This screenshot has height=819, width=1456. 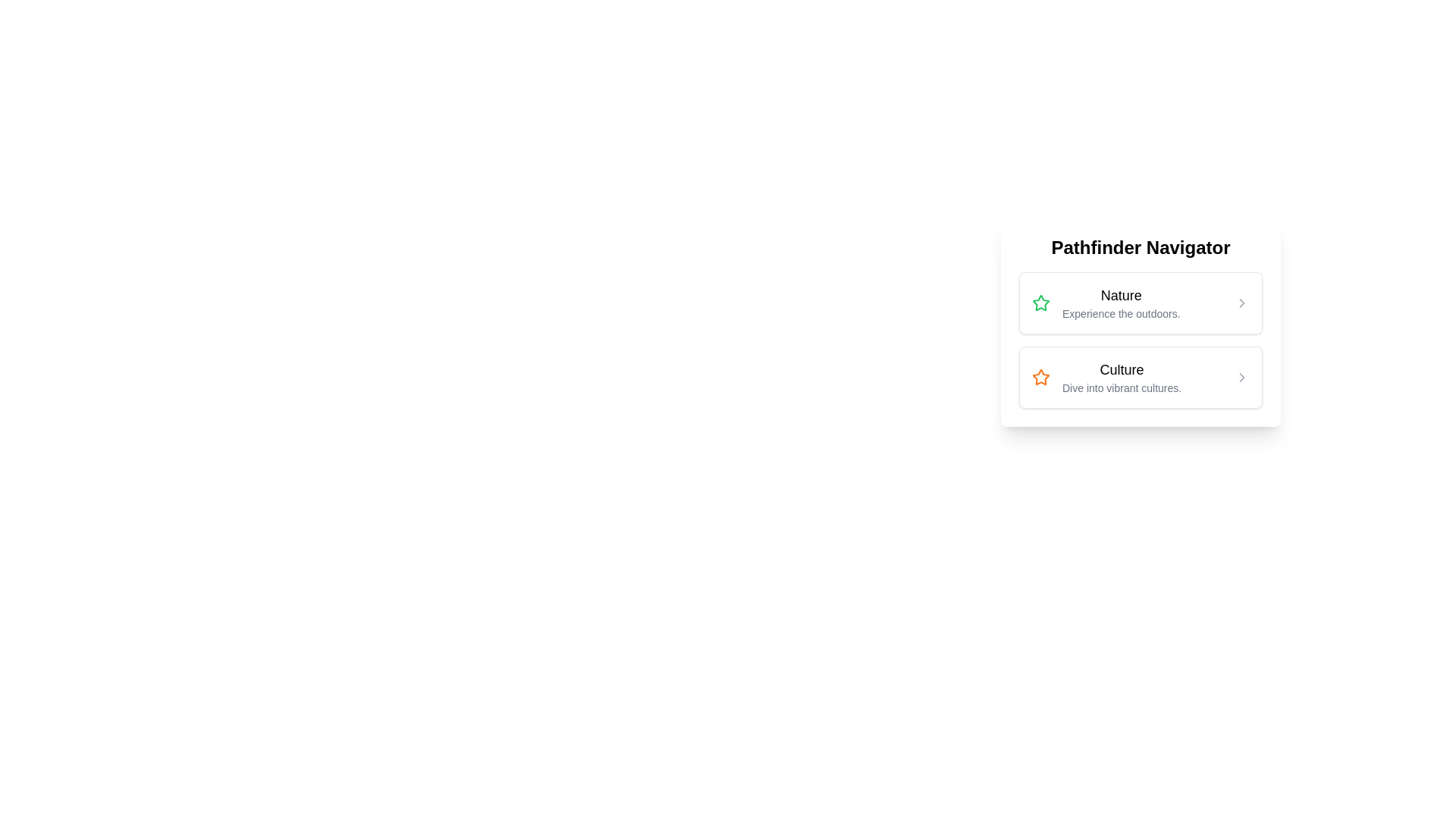 I want to click on the decorative icon located in the second row of the 'Pathfinder Navigator' panel, to the left of the 'Culture' label, so click(x=1040, y=376).